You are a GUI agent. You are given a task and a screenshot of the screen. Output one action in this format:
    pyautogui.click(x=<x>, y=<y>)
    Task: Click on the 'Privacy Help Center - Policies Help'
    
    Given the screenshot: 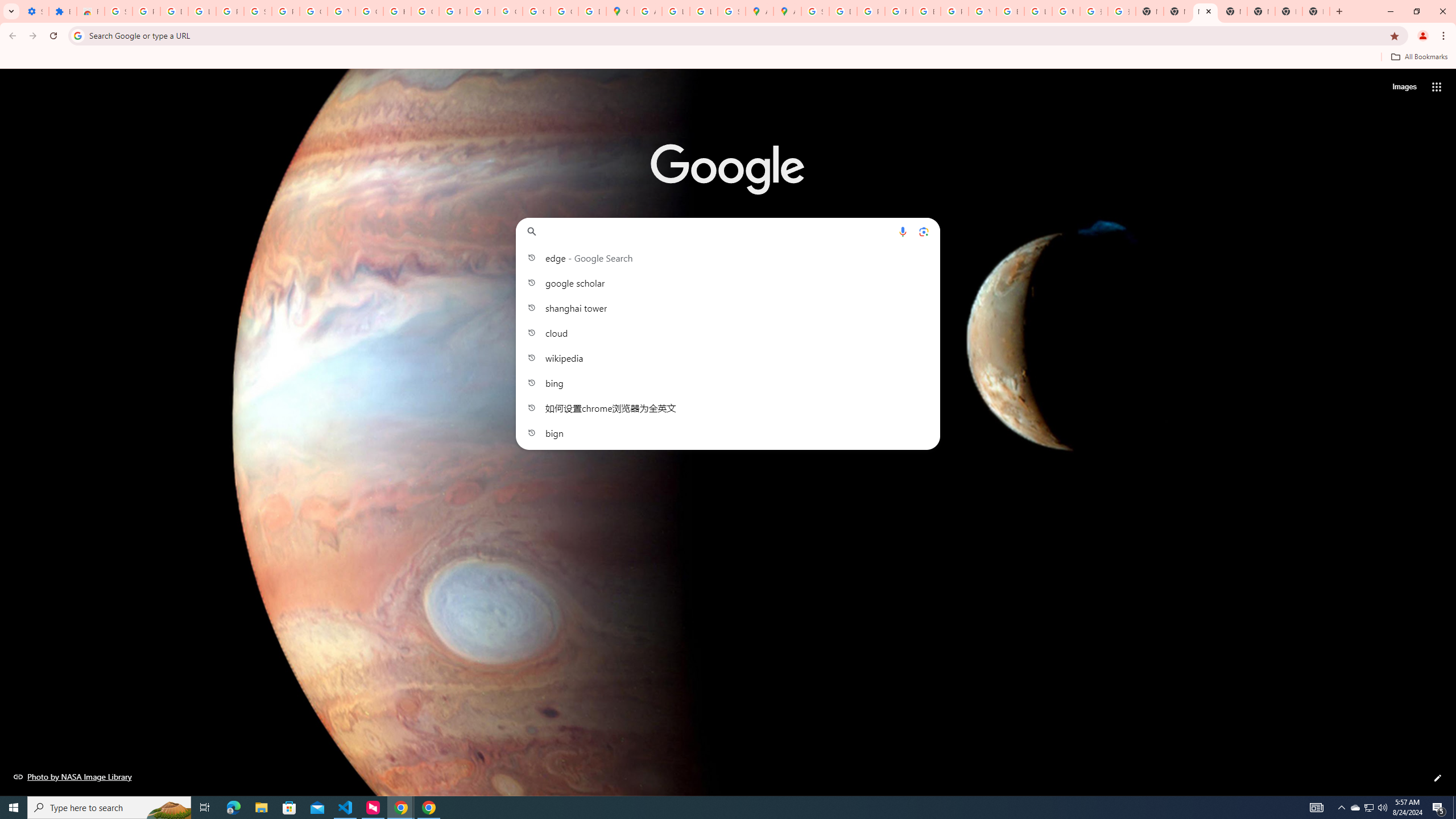 What is the action you would take?
    pyautogui.click(x=897, y=11)
    